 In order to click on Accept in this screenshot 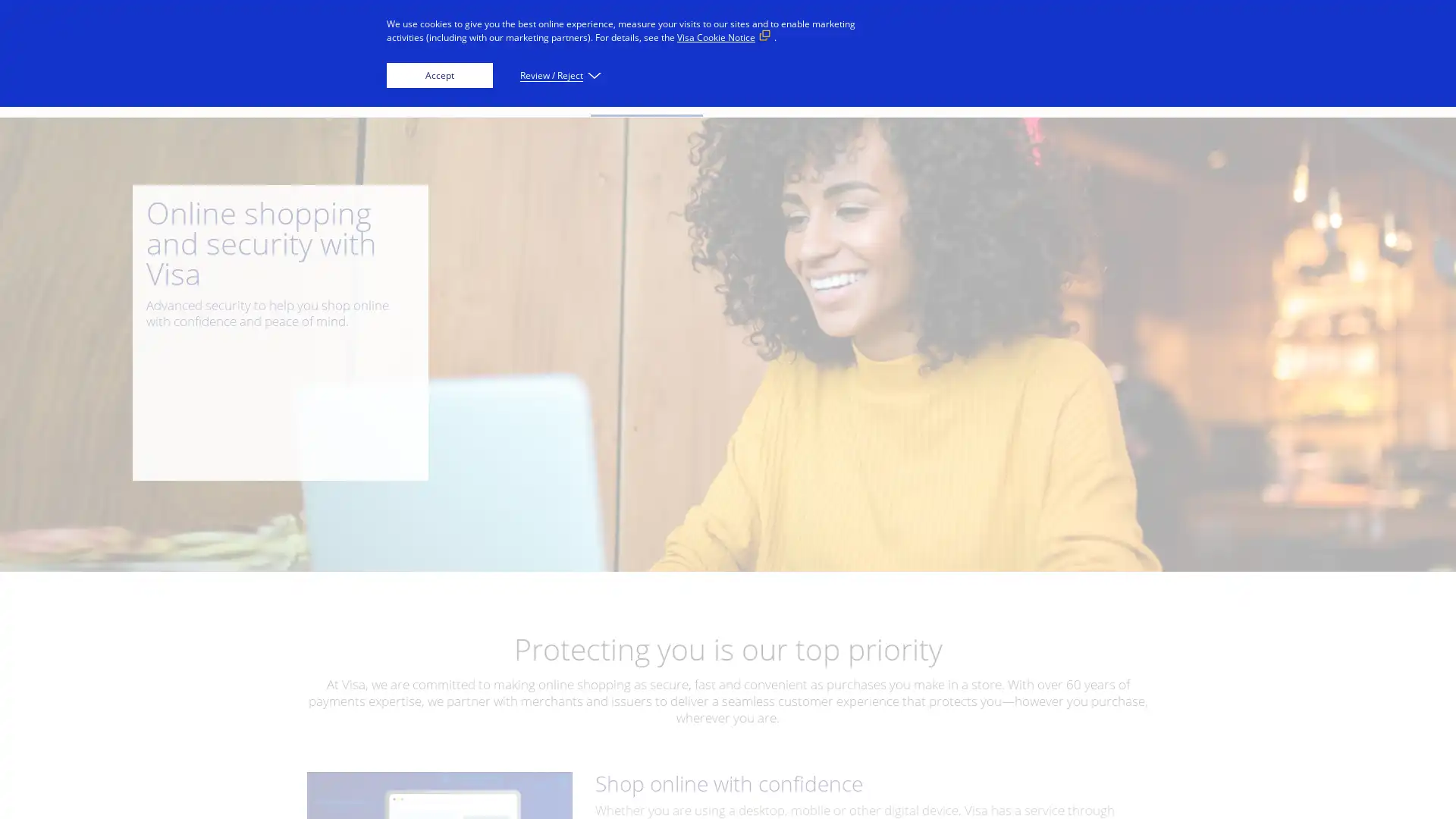, I will do `click(439, 75)`.